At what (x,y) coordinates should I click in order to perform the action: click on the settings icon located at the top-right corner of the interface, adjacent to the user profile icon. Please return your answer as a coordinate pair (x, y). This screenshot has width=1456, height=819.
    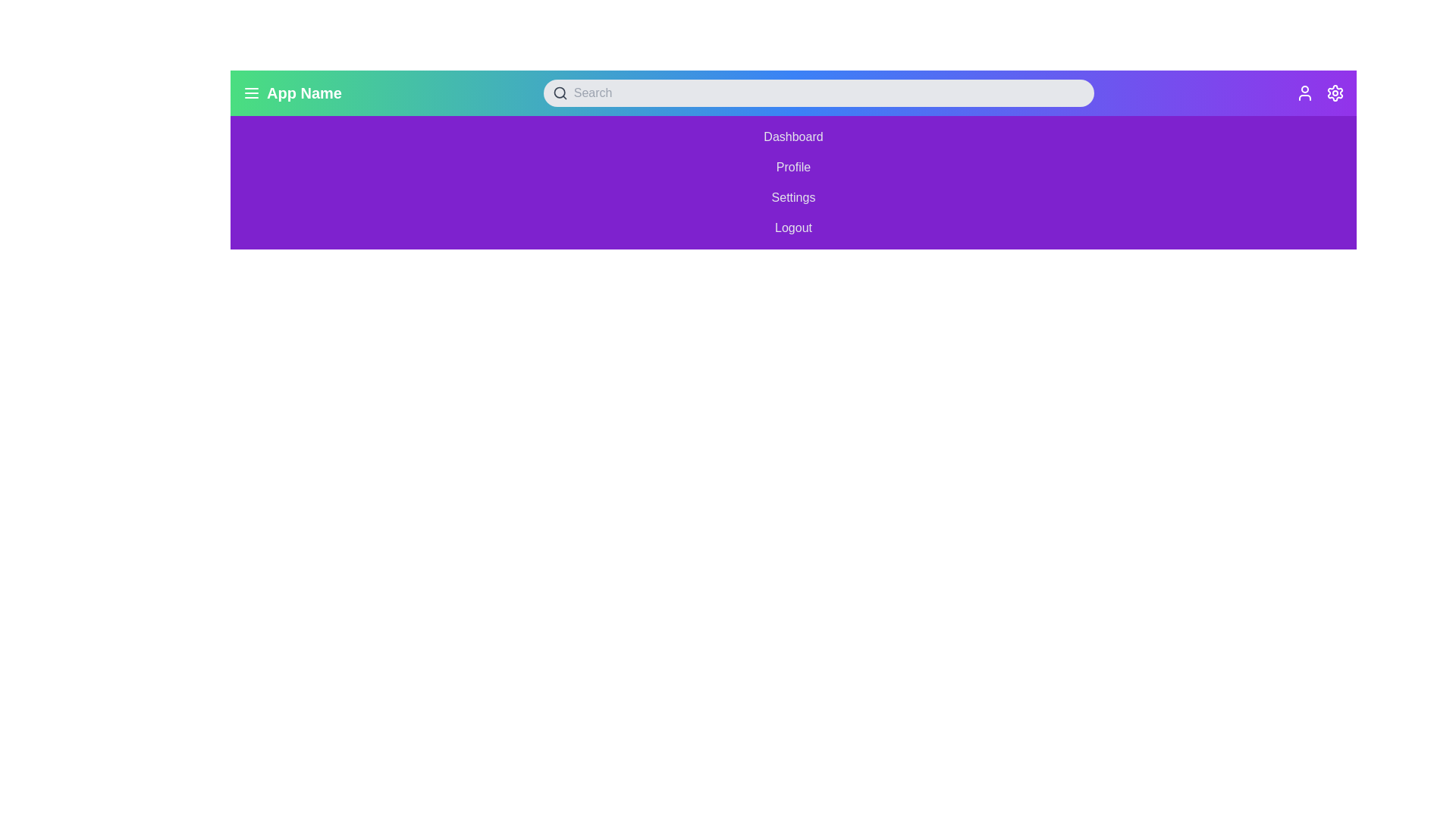
    Looking at the image, I should click on (1335, 93).